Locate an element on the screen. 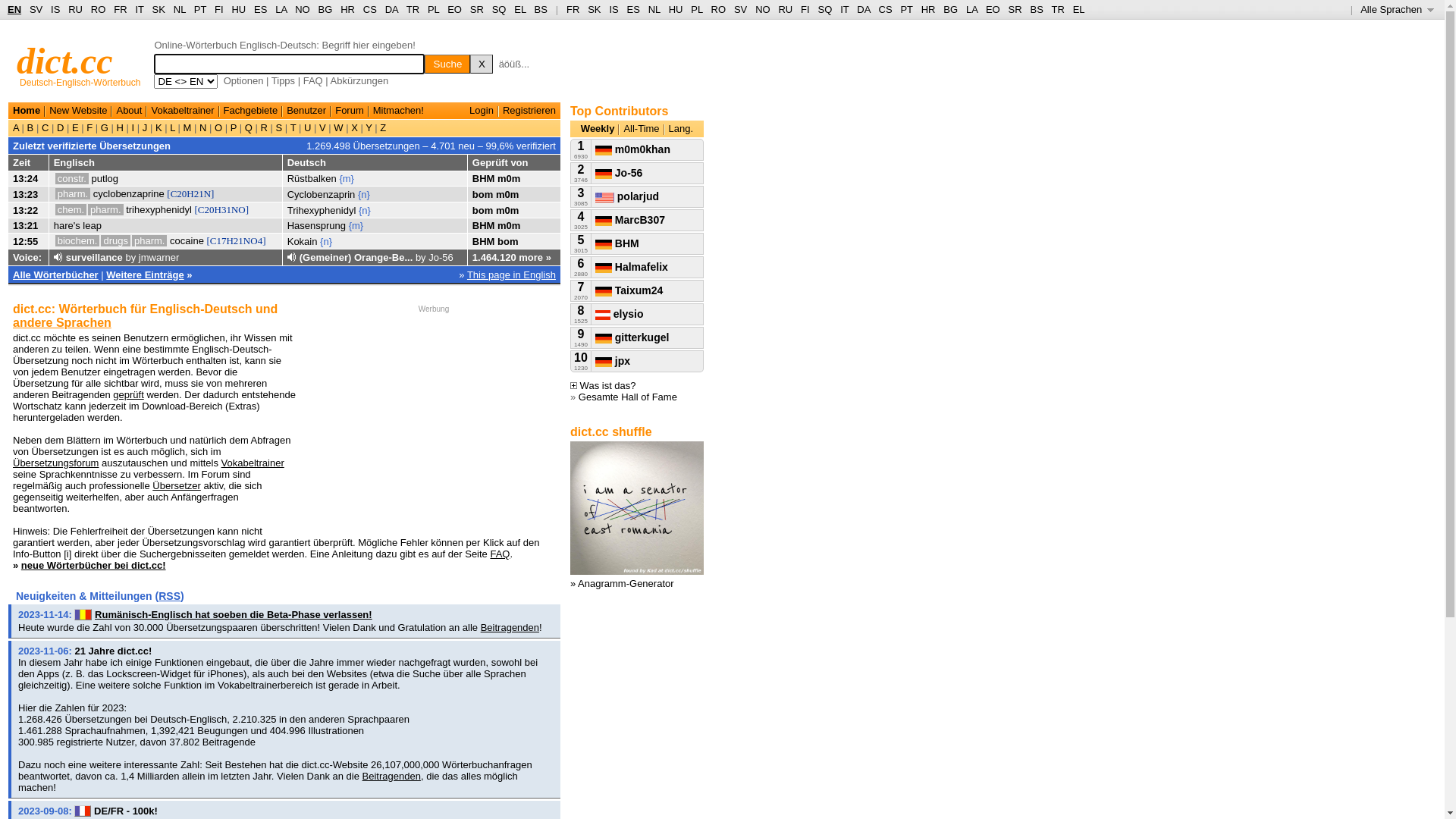 Image resolution: width=1456 pixels, height=819 pixels. 'SR' is located at coordinates (475, 9).